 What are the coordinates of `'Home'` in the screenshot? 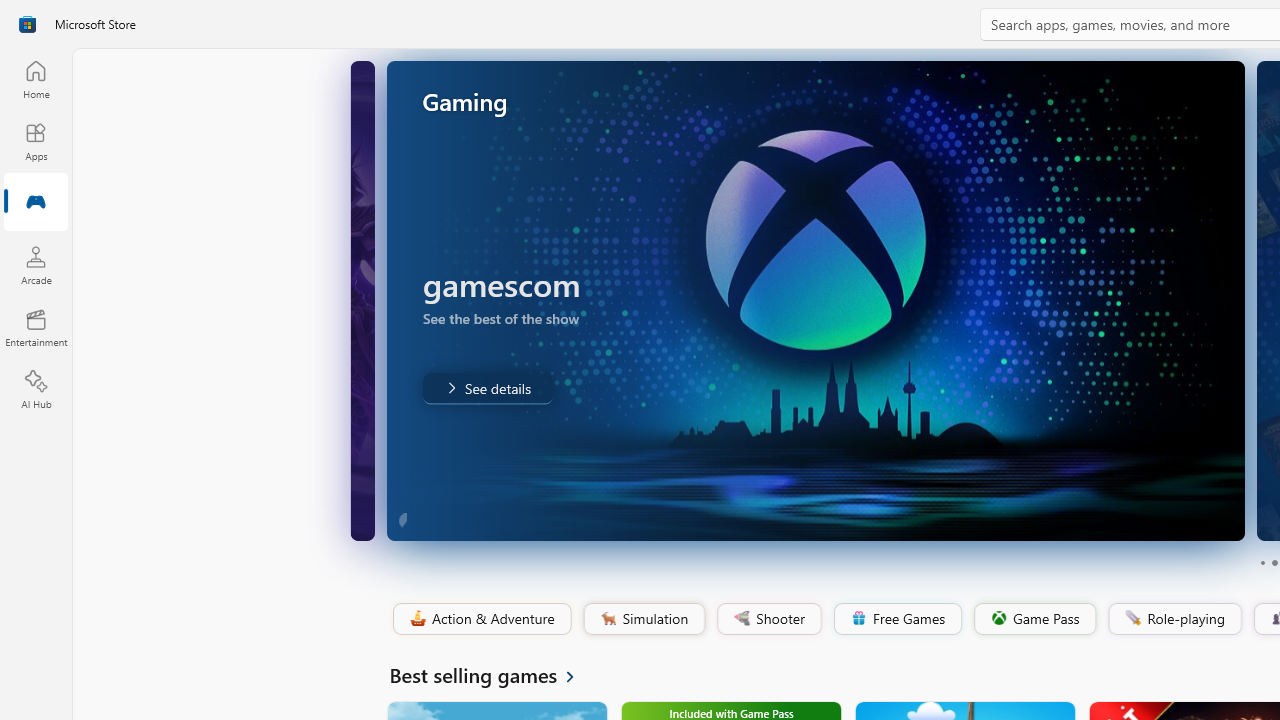 It's located at (35, 78).